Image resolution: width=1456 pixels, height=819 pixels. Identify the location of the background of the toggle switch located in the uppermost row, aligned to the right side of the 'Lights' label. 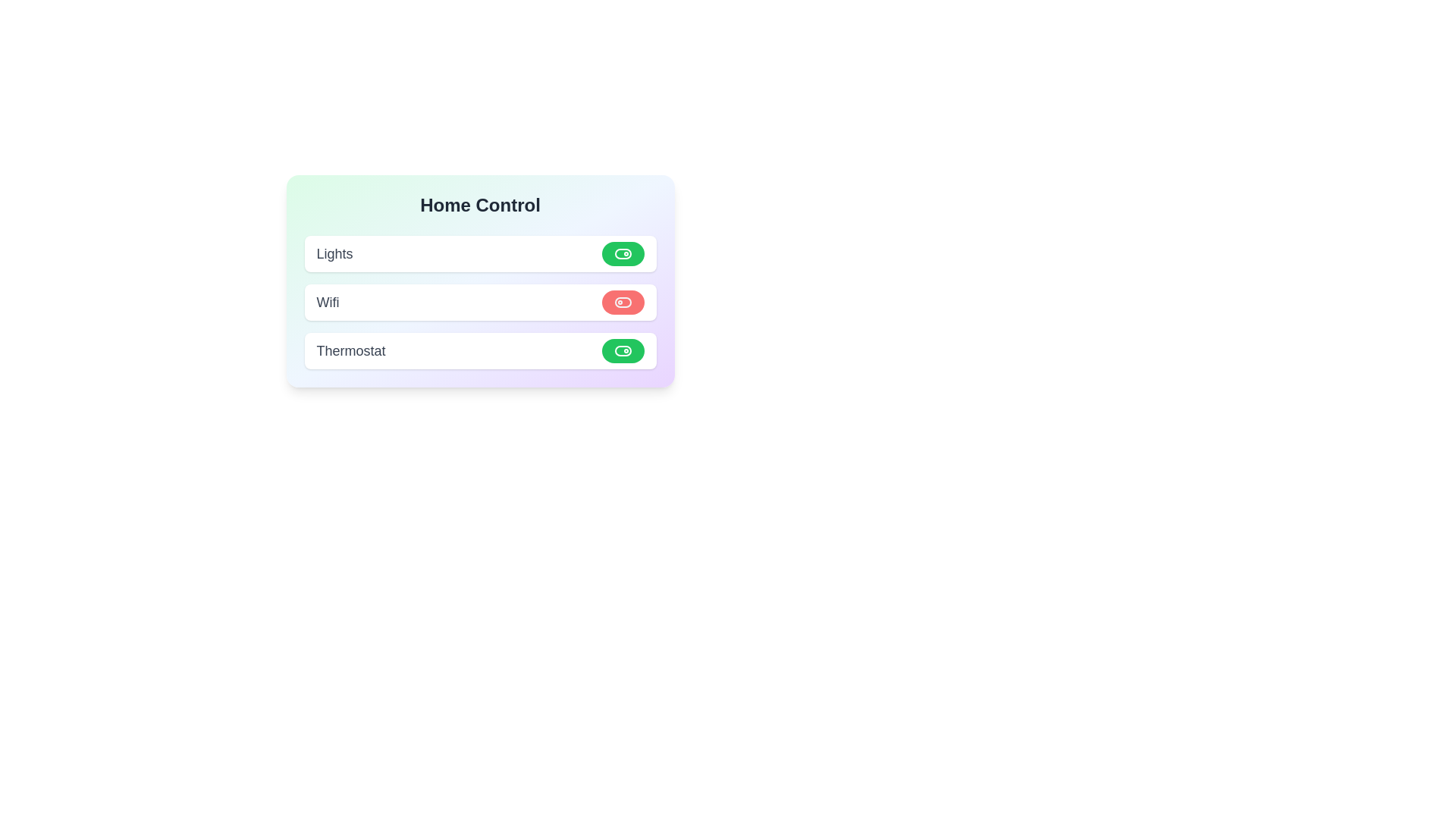
(623, 253).